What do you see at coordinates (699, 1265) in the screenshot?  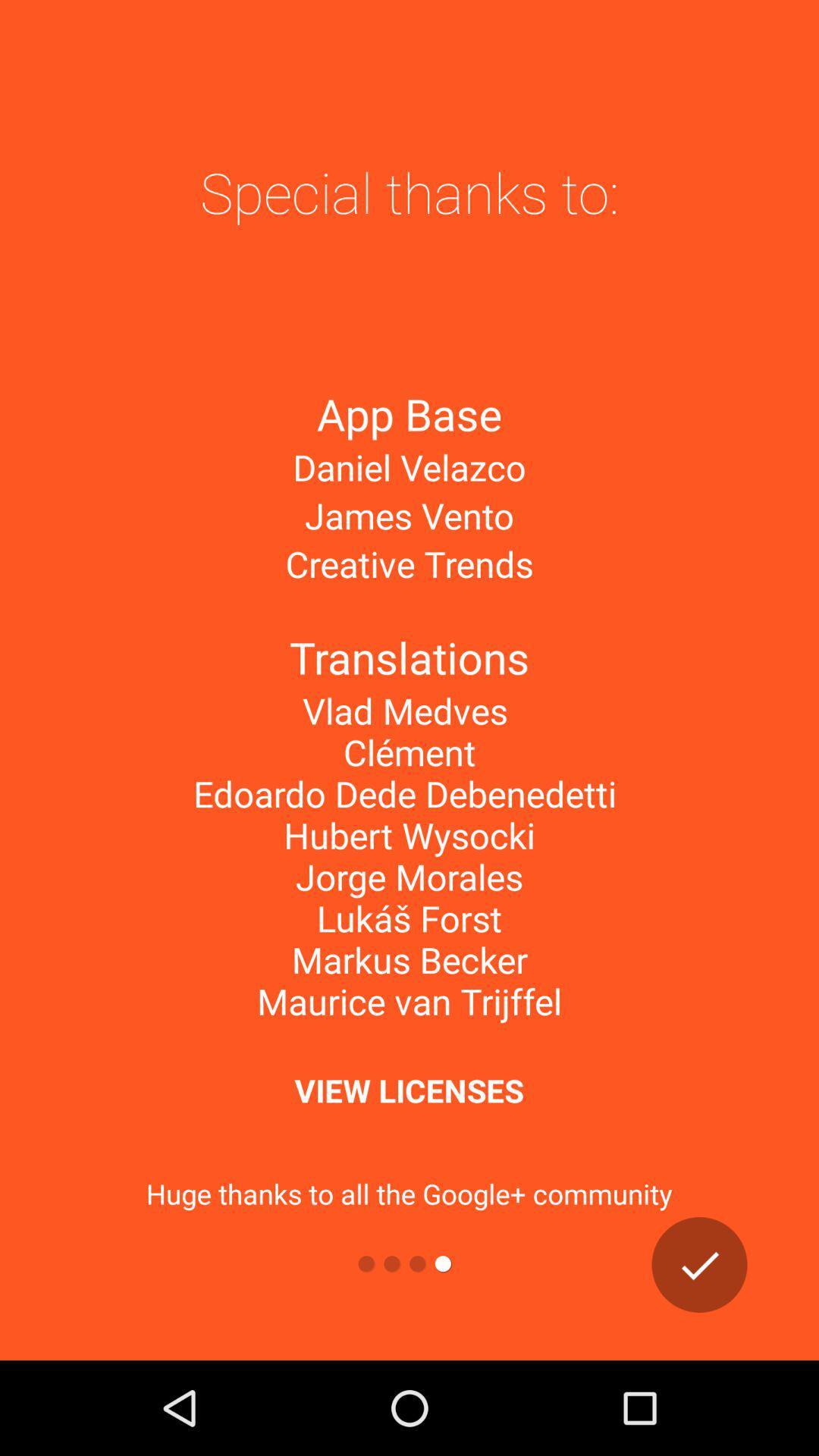 I see `item at the bottom right corner` at bounding box center [699, 1265].